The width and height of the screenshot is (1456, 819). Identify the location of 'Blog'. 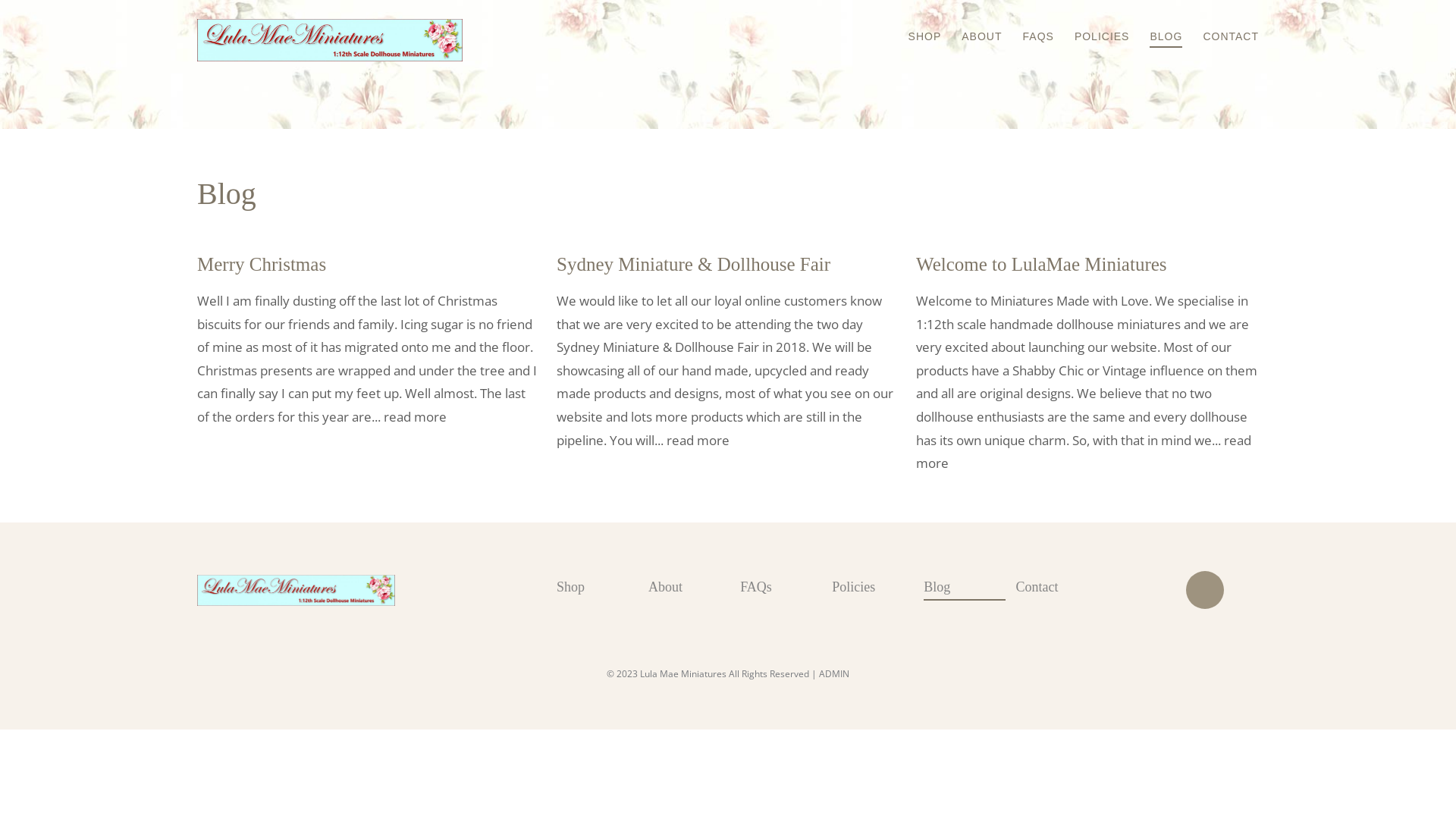
(968, 587).